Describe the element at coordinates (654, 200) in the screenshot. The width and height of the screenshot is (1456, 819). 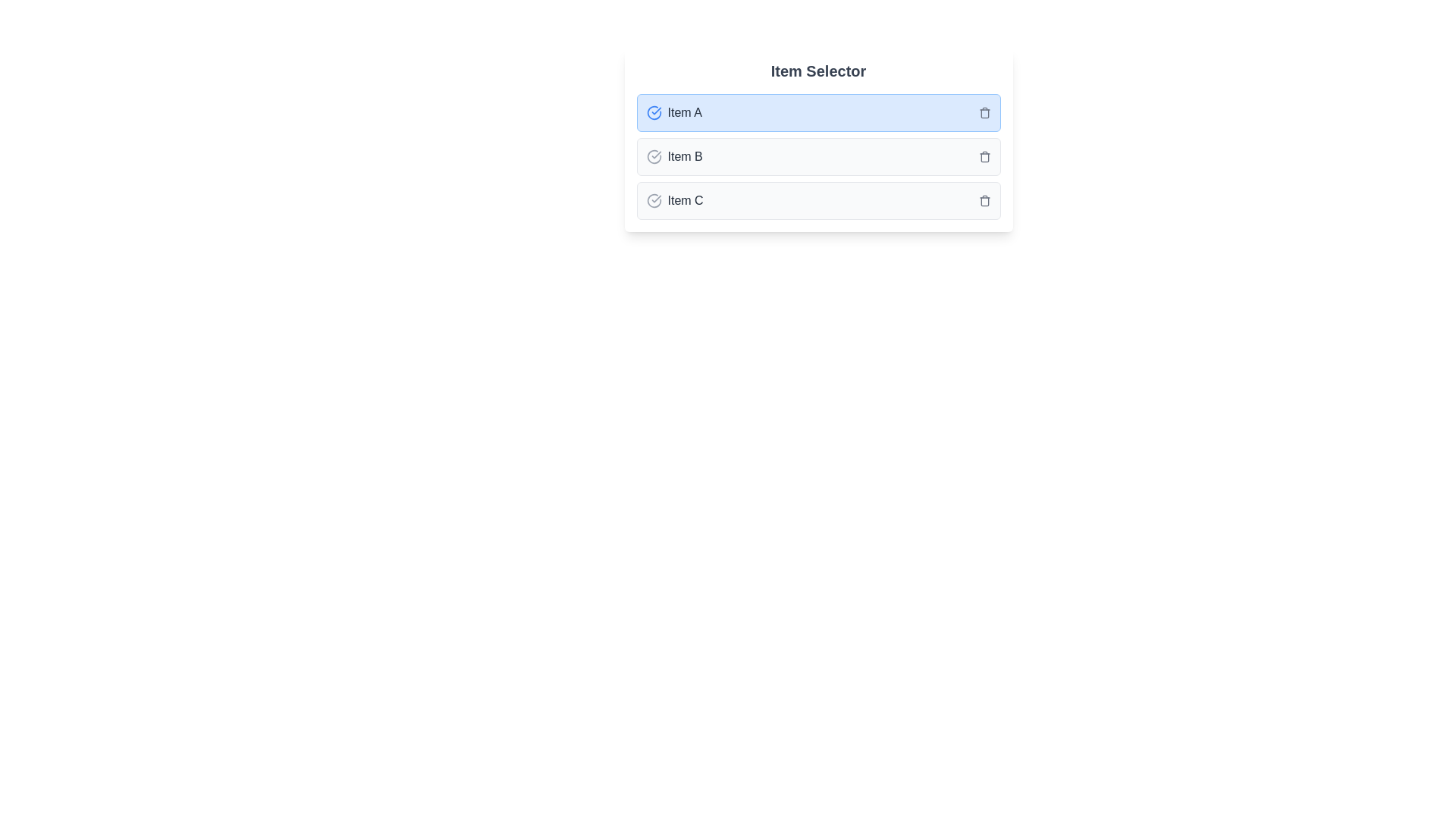
I see `the graphical state represented by the Status indicator icon located to the left of the text label in the third row labeled 'Item C'` at that location.